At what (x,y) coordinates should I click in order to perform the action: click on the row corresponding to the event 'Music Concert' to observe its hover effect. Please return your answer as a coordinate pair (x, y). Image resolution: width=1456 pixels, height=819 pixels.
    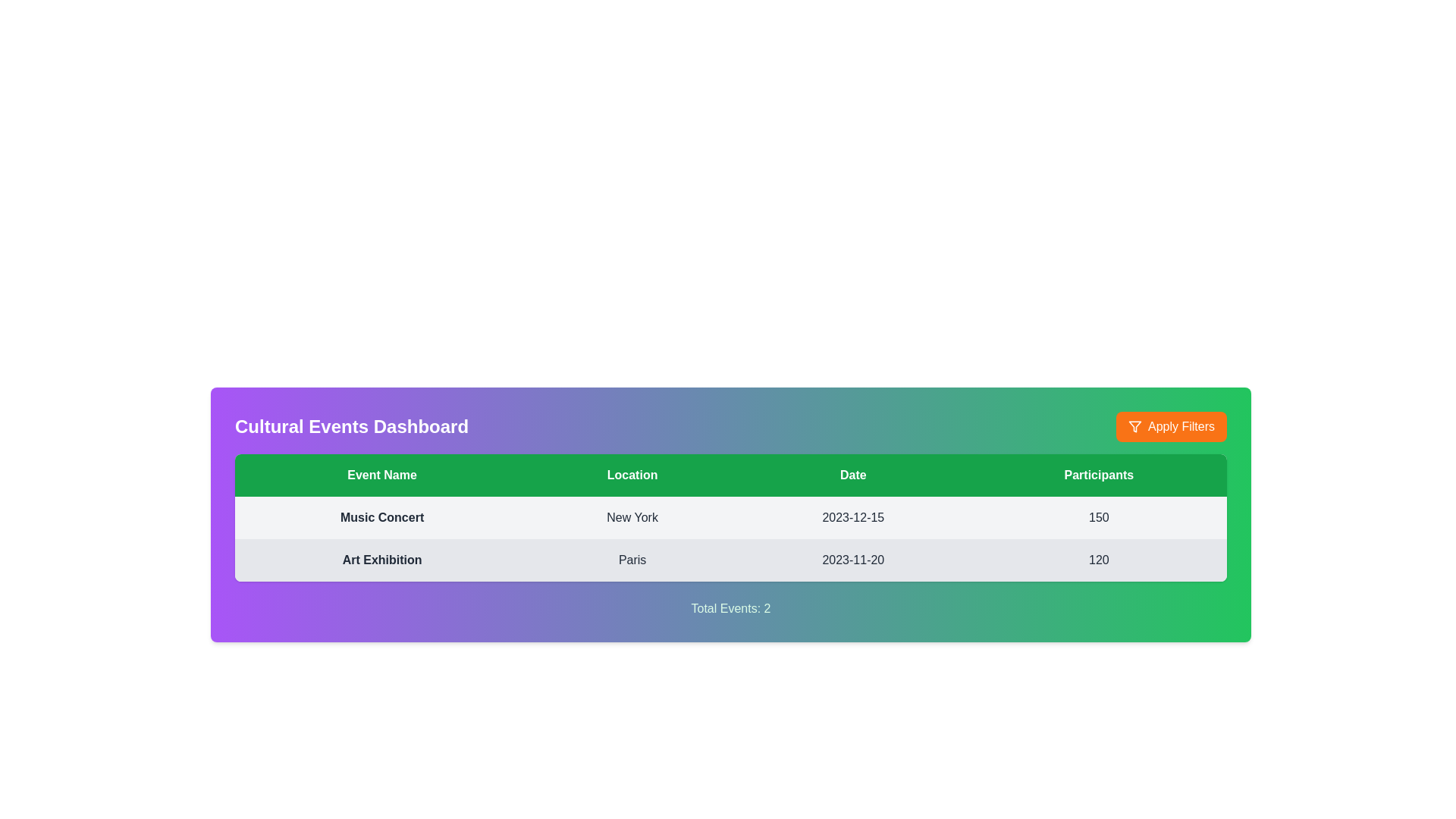
    Looking at the image, I should click on (731, 516).